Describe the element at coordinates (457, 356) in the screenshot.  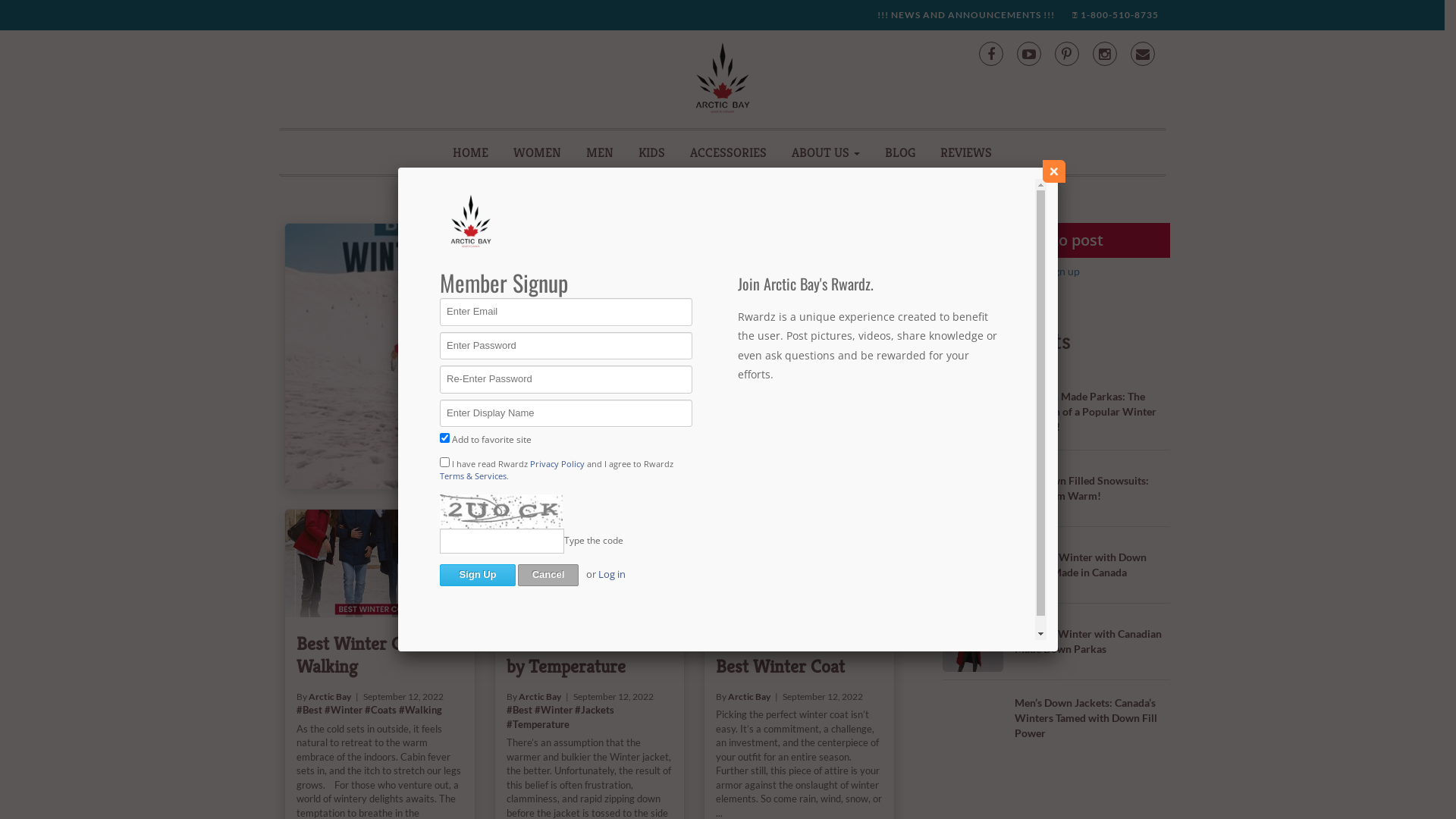
I see `'Best Luxury Winter Jackets'` at that location.